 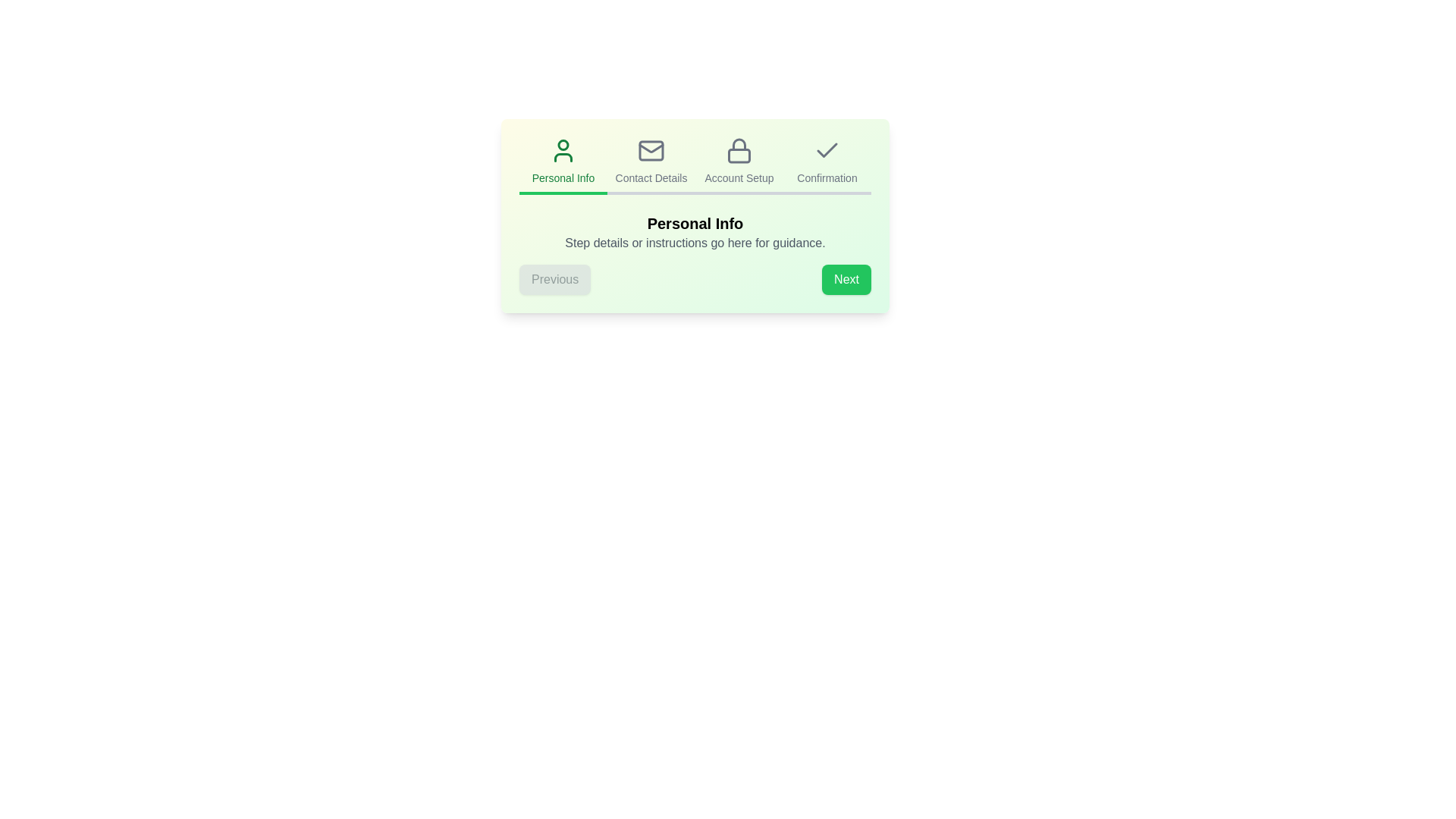 I want to click on the step icon or title corresponding to Personal Info, so click(x=563, y=166).